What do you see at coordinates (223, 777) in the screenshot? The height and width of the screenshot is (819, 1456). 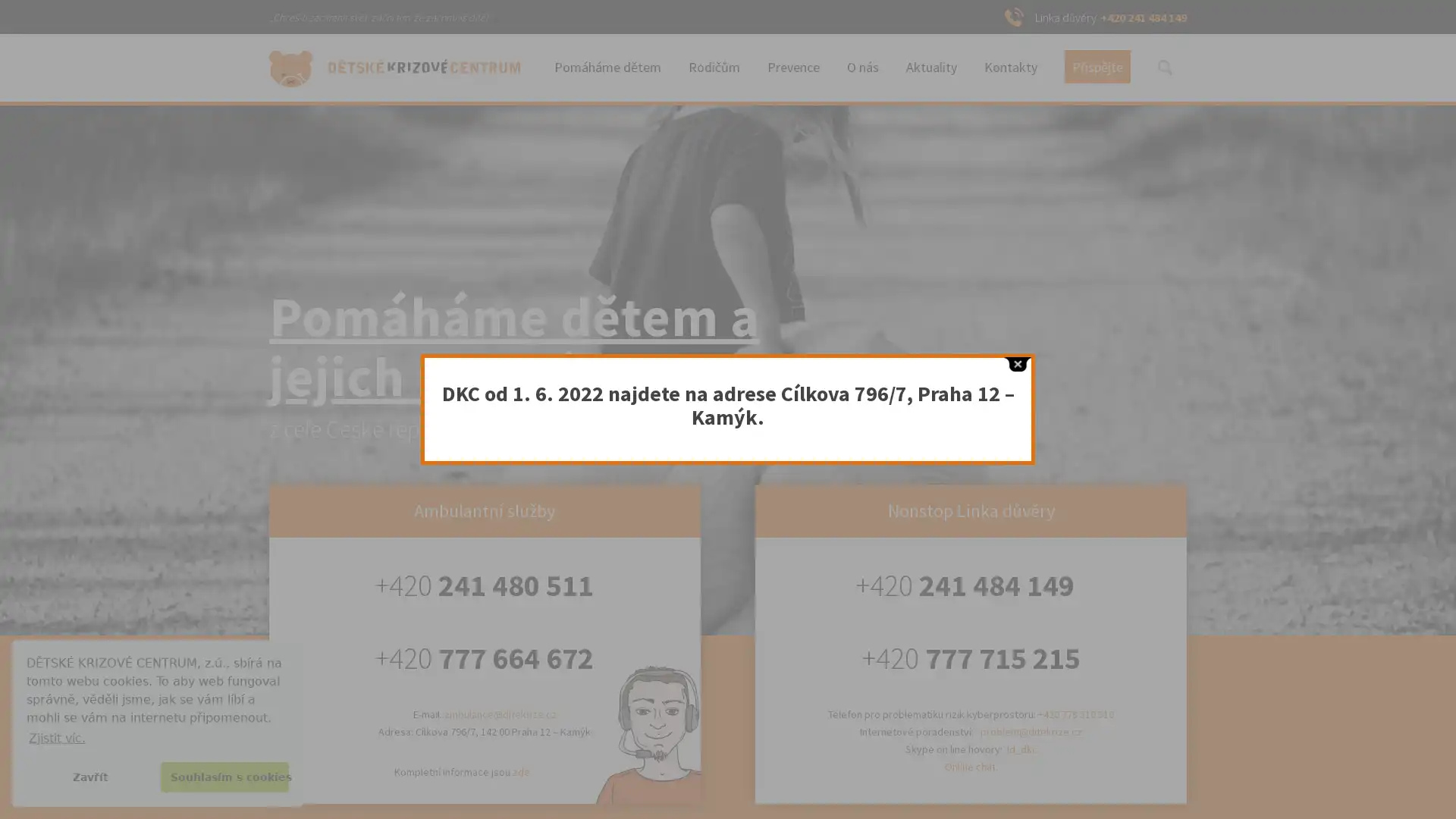 I see `allow cookies` at bounding box center [223, 777].